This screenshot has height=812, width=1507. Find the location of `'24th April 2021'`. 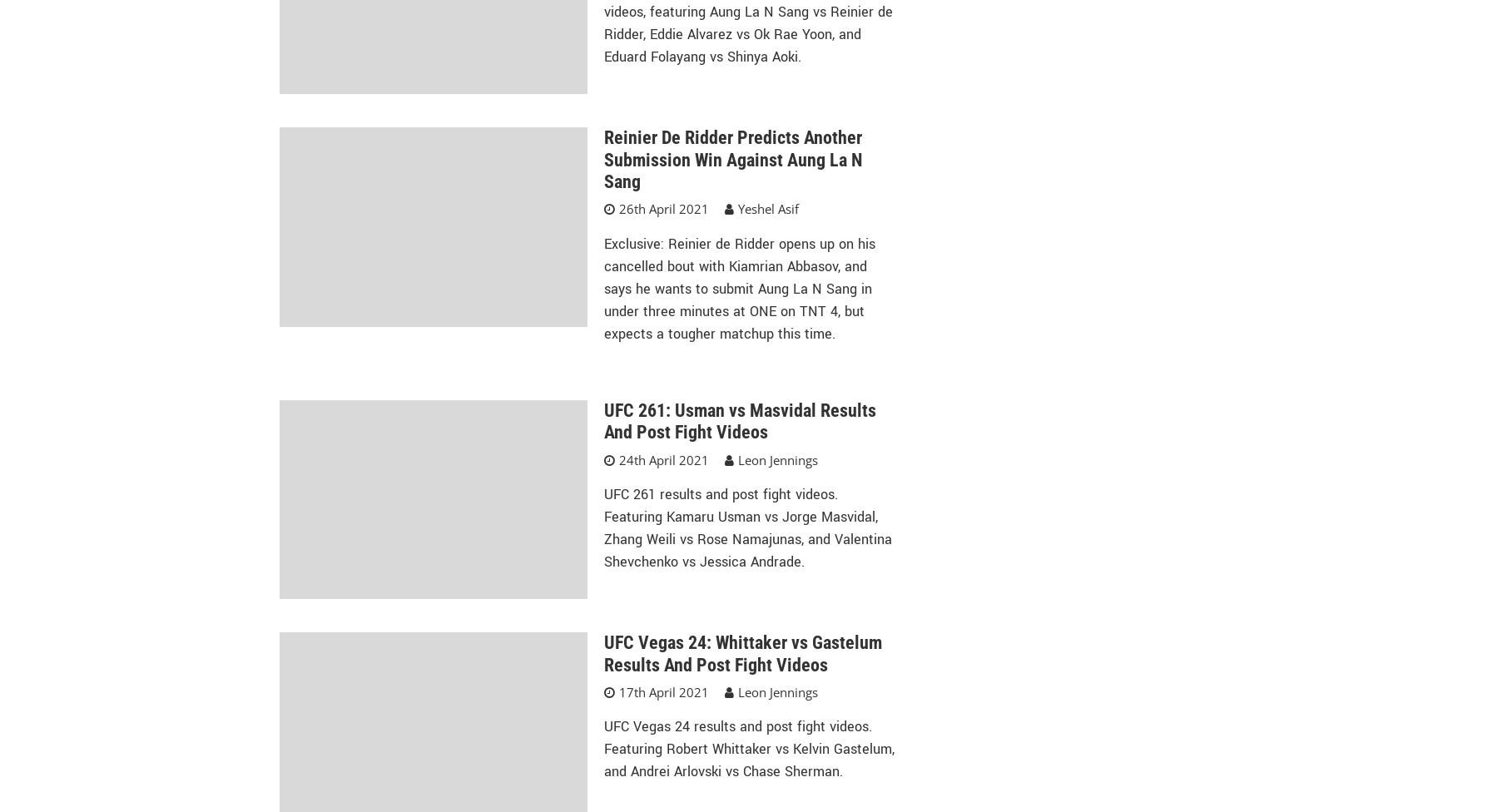

'24th April 2021' is located at coordinates (662, 459).